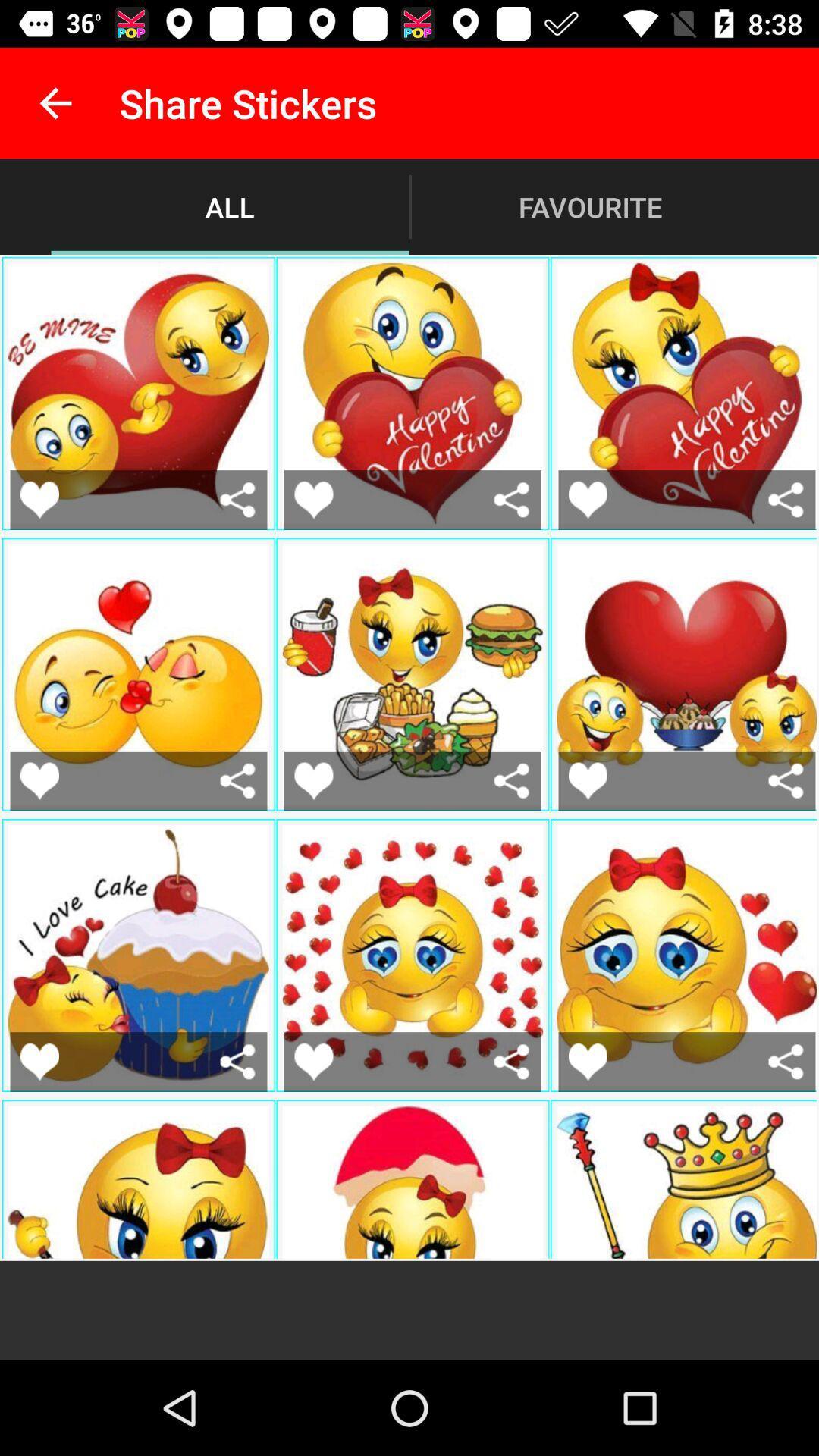  What do you see at coordinates (785, 1061) in the screenshot?
I see `share sticker` at bounding box center [785, 1061].